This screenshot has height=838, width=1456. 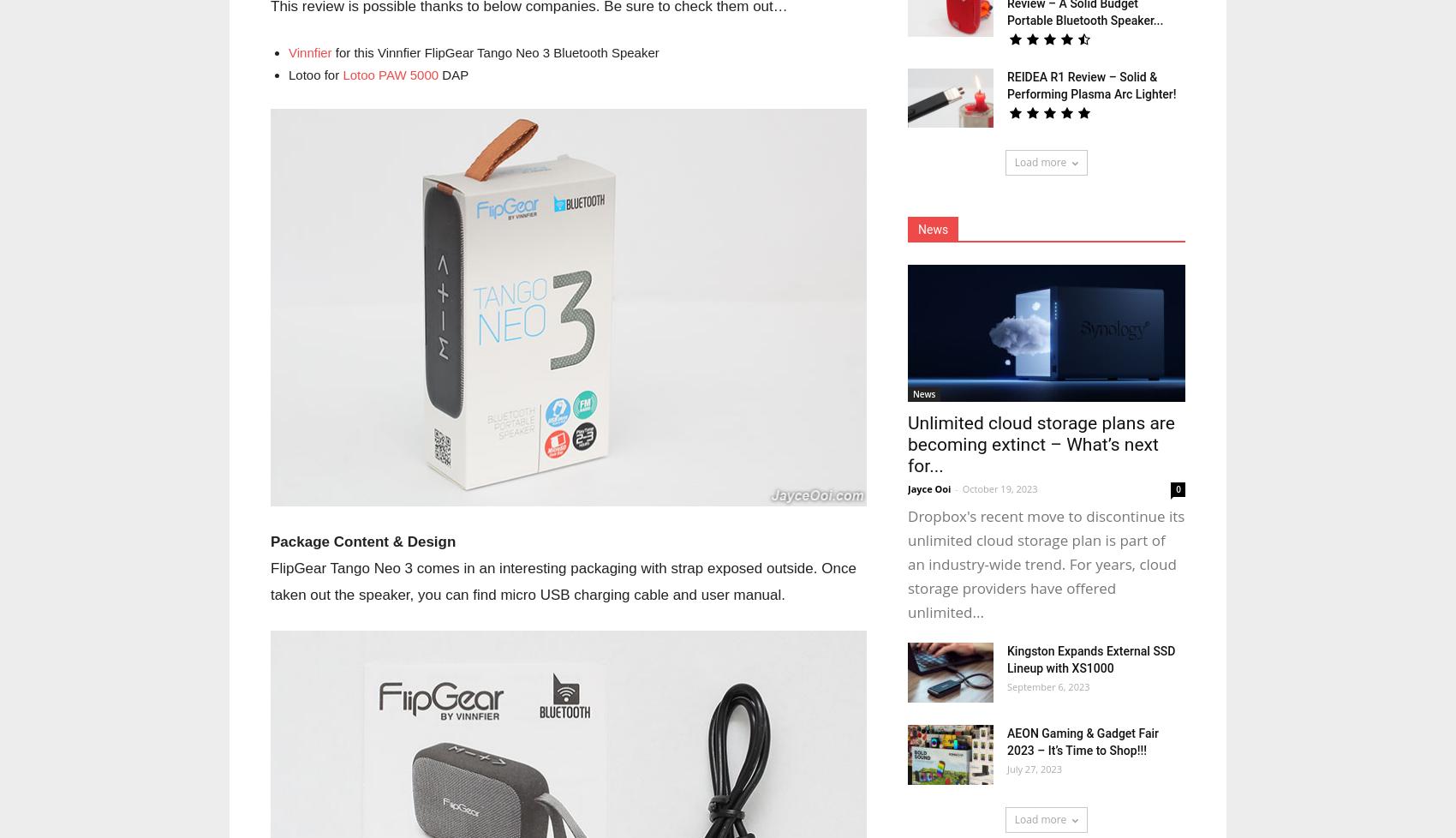 What do you see at coordinates (1006, 768) in the screenshot?
I see `'July 27, 2023'` at bounding box center [1006, 768].